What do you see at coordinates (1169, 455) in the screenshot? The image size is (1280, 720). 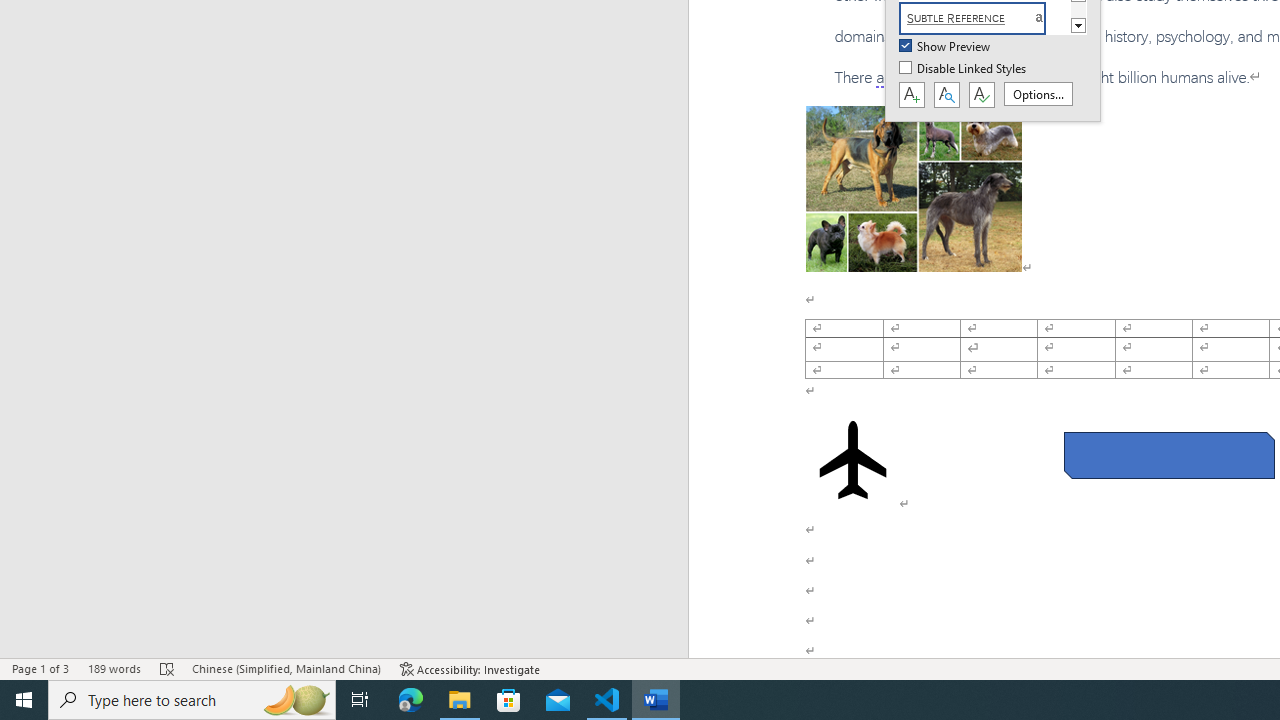 I see `'Rectangle: Diagonal Corners Snipped 2'` at bounding box center [1169, 455].